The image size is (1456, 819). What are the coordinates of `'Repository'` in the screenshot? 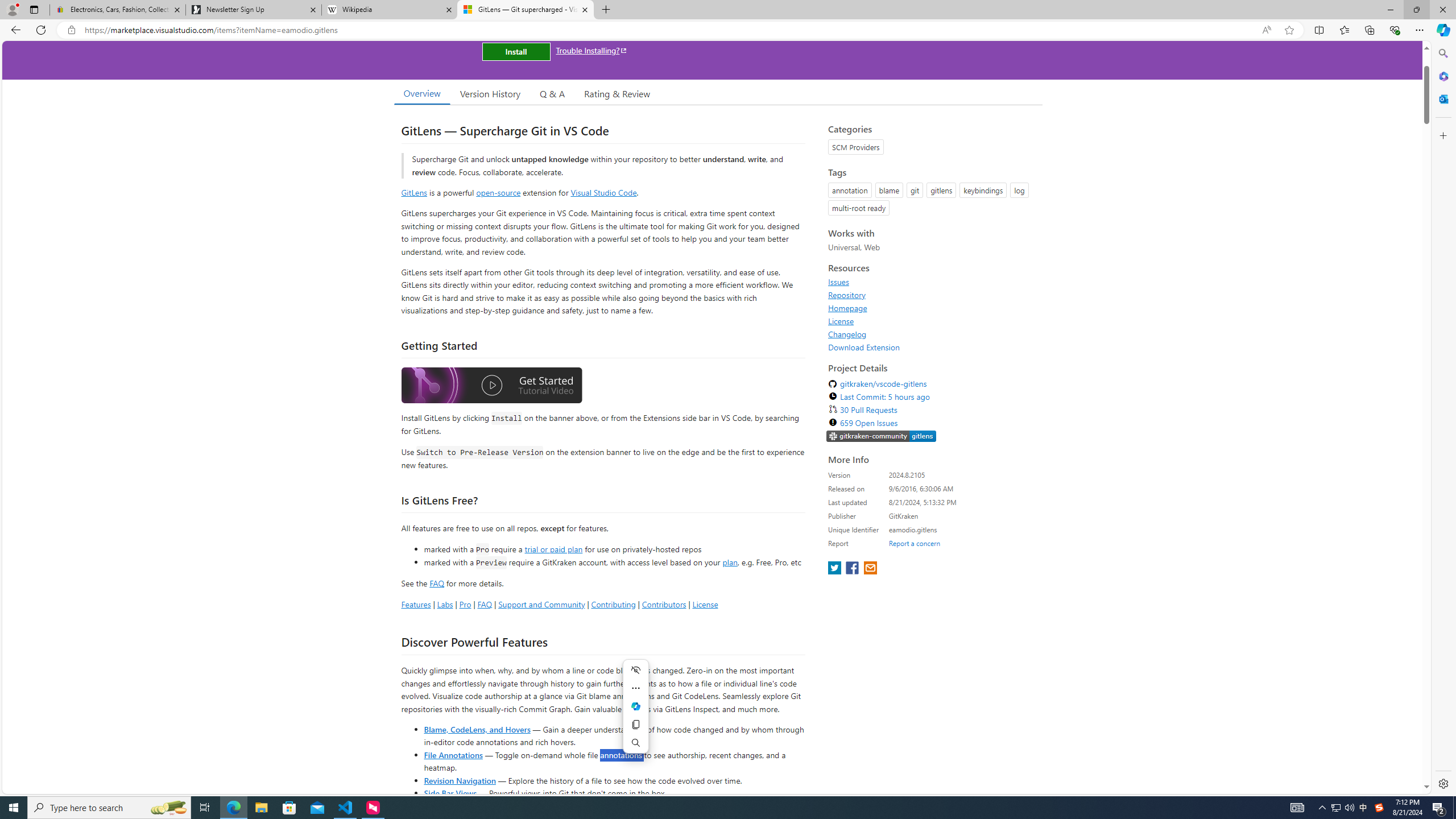 It's located at (846, 294).